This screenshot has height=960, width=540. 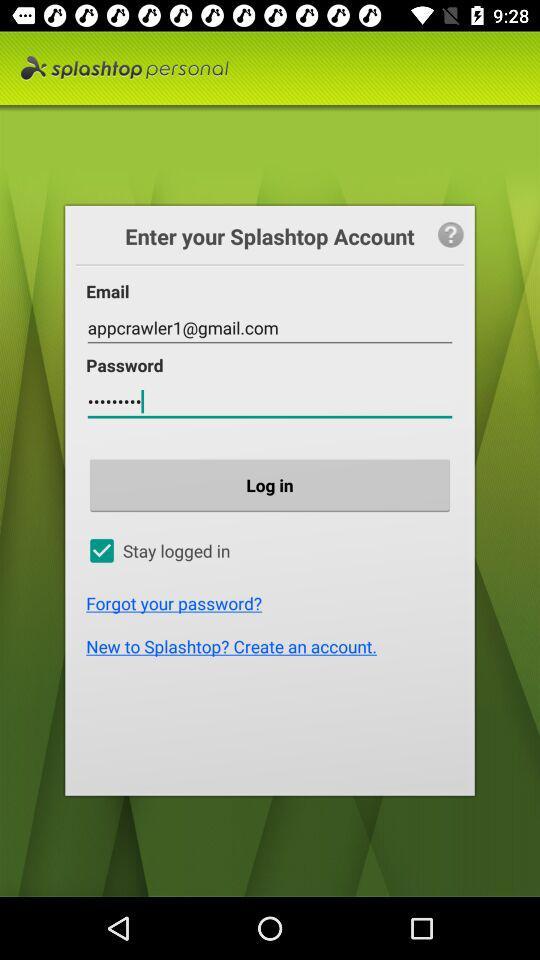 I want to click on text field below the text password, so click(x=270, y=401).